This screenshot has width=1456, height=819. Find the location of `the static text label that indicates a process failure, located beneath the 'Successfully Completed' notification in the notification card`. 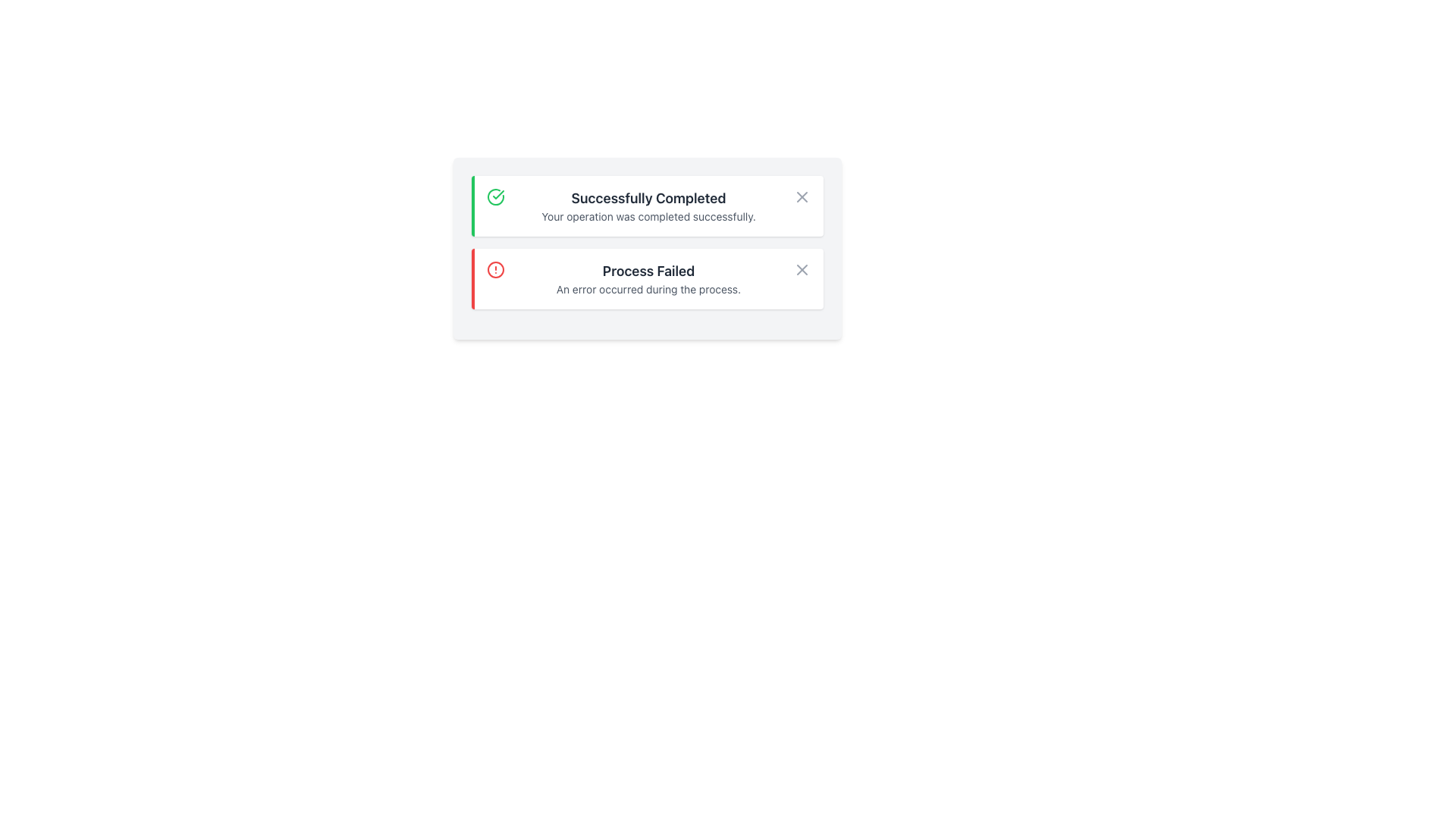

the static text label that indicates a process failure, located beneath the 'Successfully Completed' notification in the notification card is located at coordinates (648, 271).